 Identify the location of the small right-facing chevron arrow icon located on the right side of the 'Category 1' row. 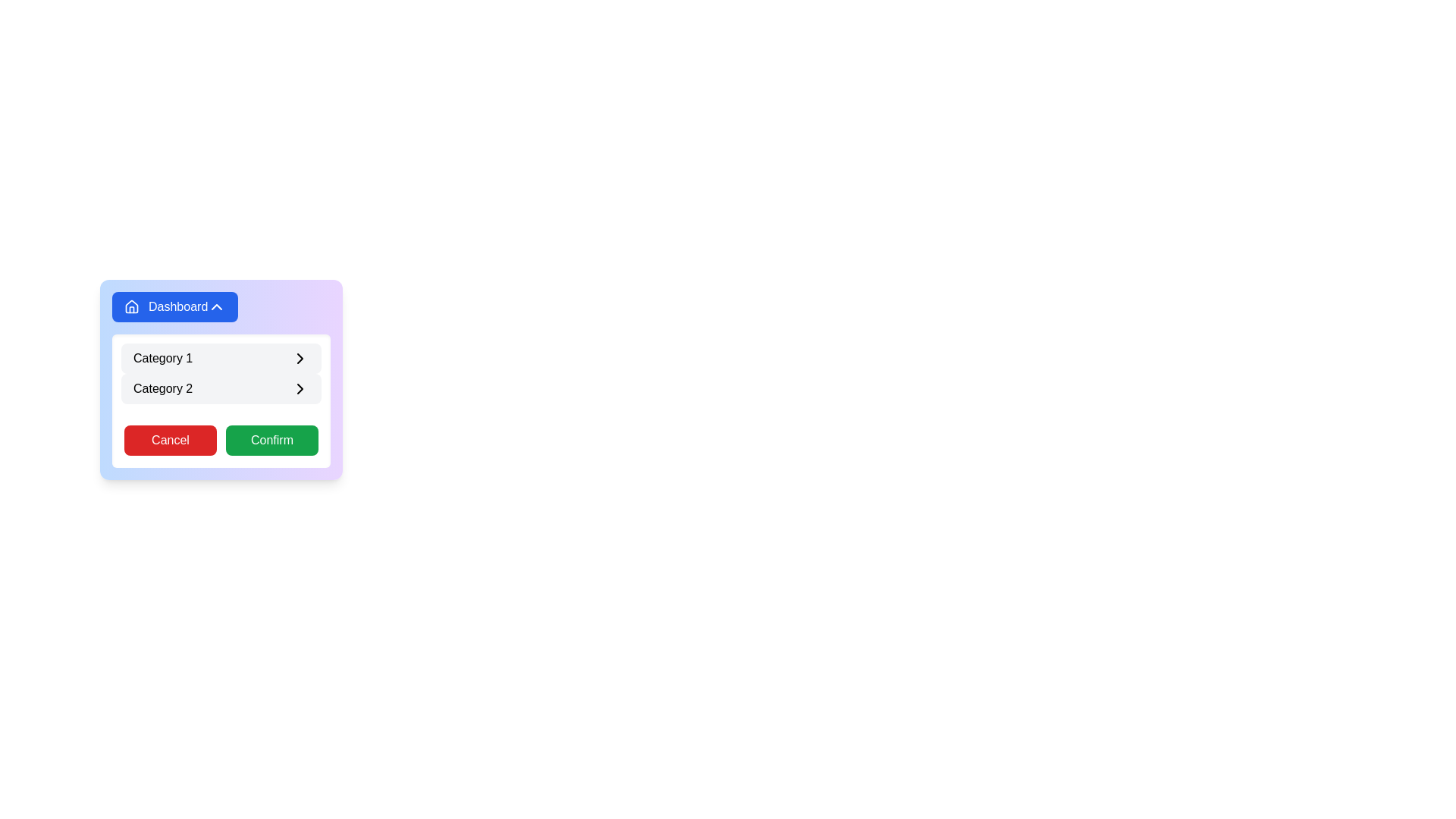
(300, 359).